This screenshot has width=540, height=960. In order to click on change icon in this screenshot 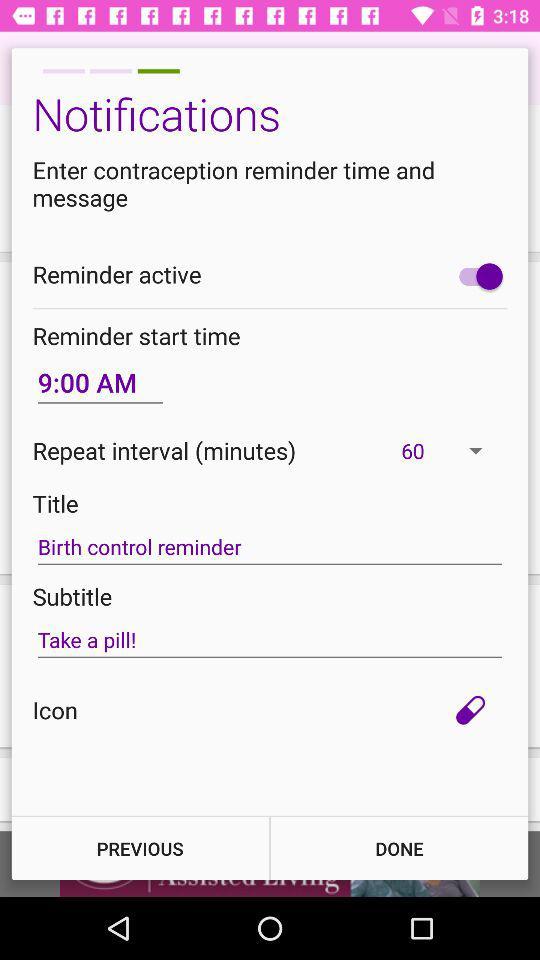, I will do `click(470, 710)`.